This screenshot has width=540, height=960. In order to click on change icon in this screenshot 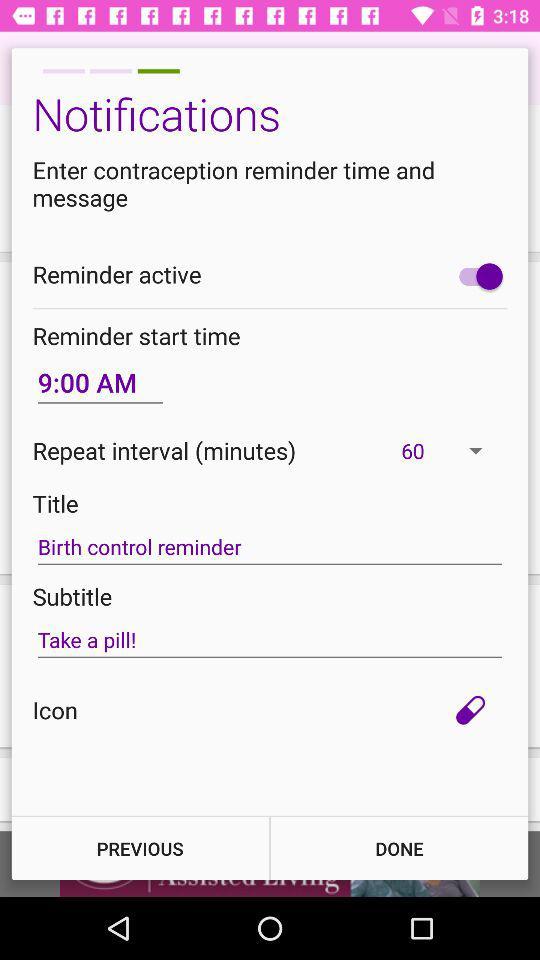, I will do `click(470, 710)`.